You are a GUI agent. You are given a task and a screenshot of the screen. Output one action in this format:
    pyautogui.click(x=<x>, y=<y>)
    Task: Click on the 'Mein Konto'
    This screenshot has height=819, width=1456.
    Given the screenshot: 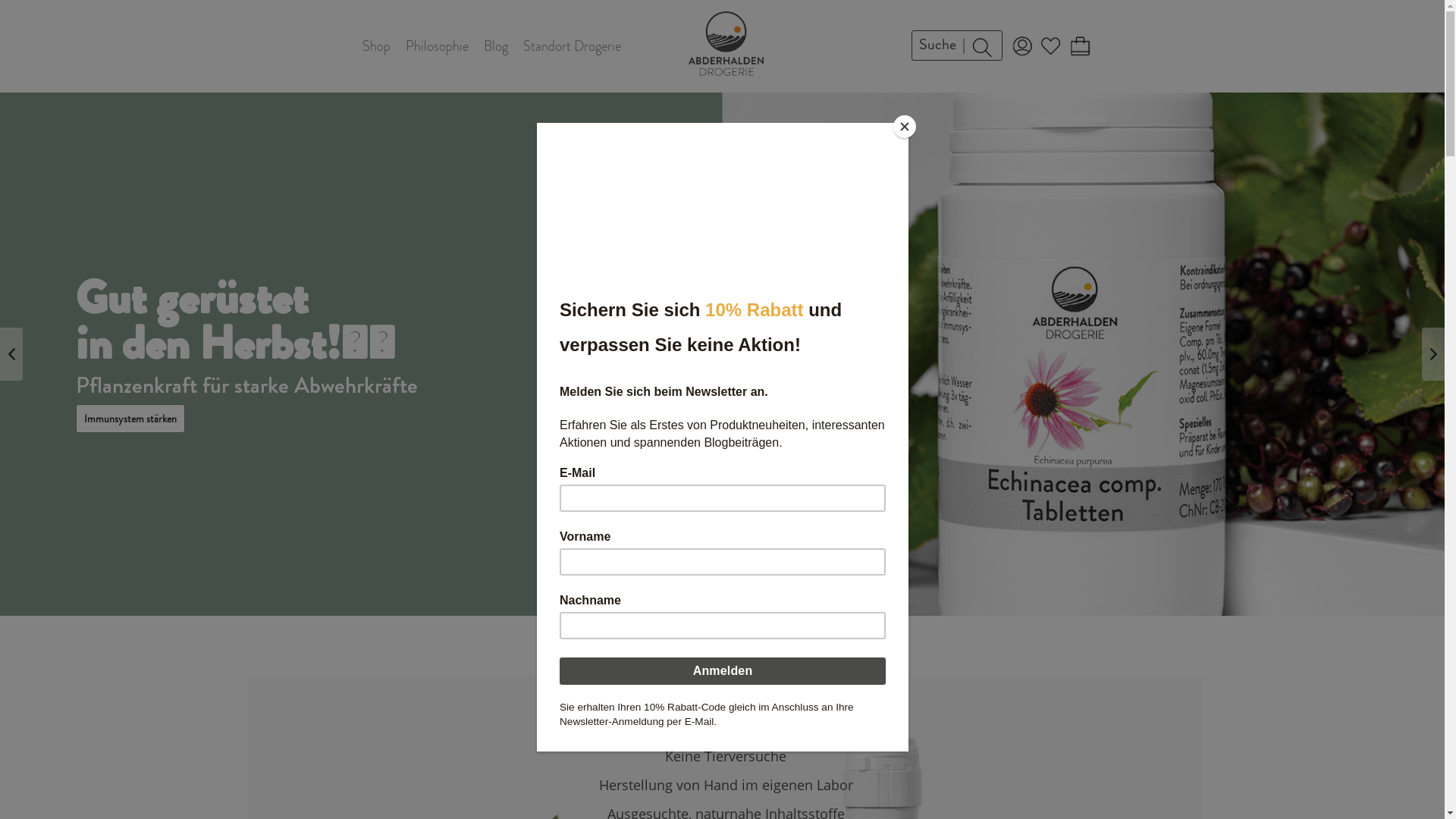 What is the action you would take?
    pyautogui.click(x=1021, y=45)
    